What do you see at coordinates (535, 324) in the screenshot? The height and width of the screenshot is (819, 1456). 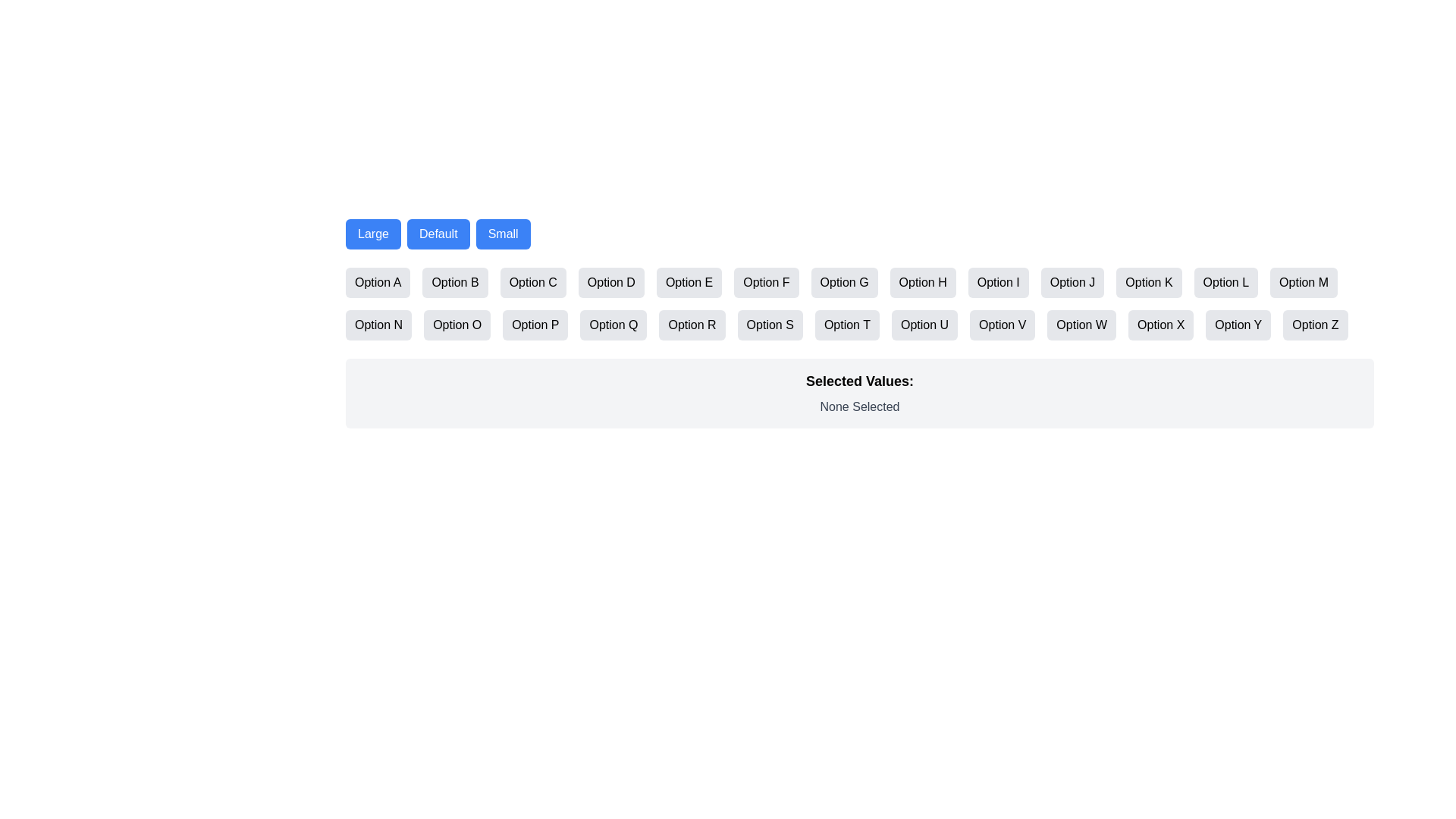 I see `the button labeled 'Option P' located in the second row of the grid layout, which is the third button from the left` at bounding box center [535, 324].